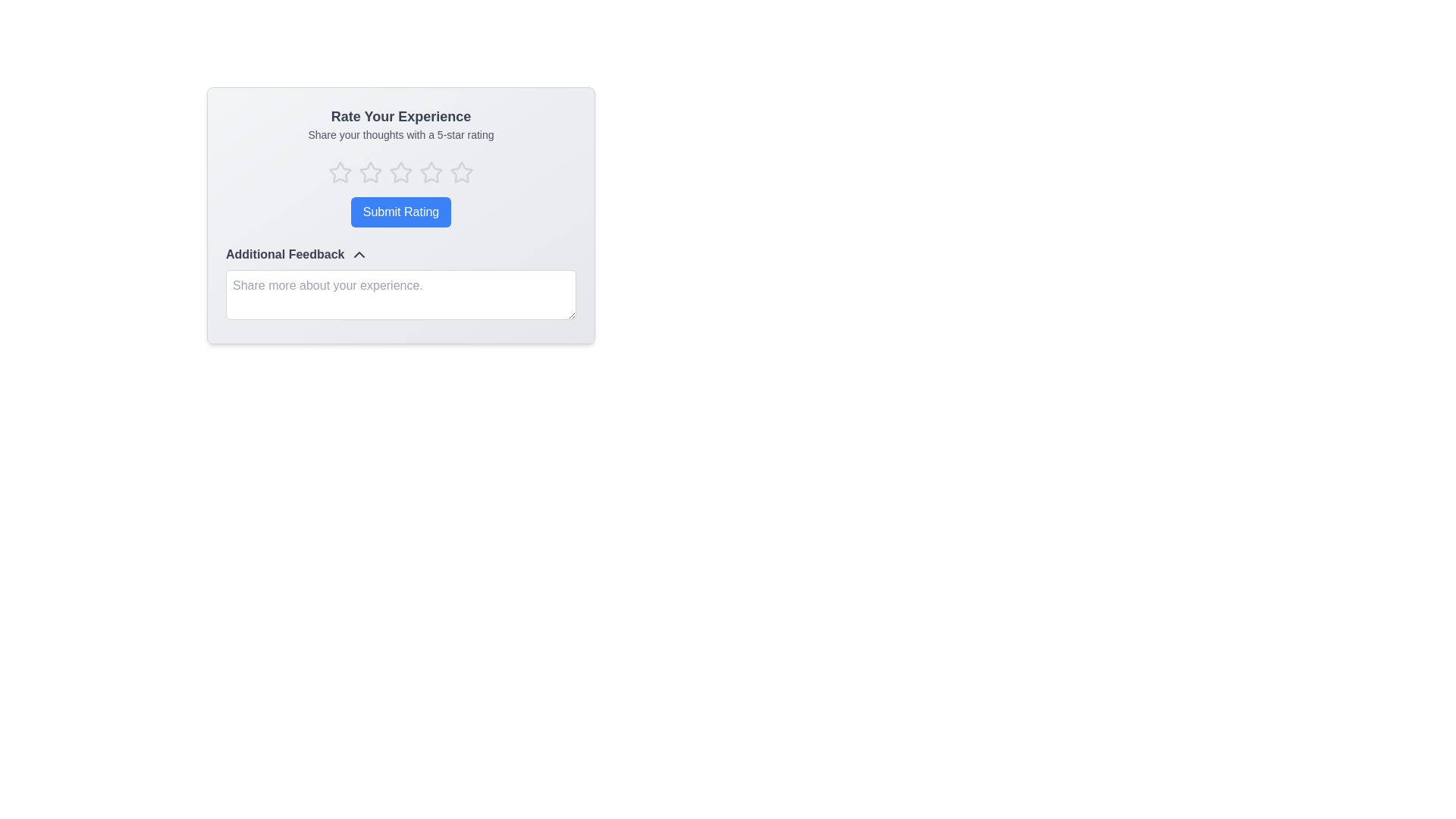  I want to click on the Multiline Text Input Field located below the 'Additional Feedback' text to focus on it, so click(400, 295).